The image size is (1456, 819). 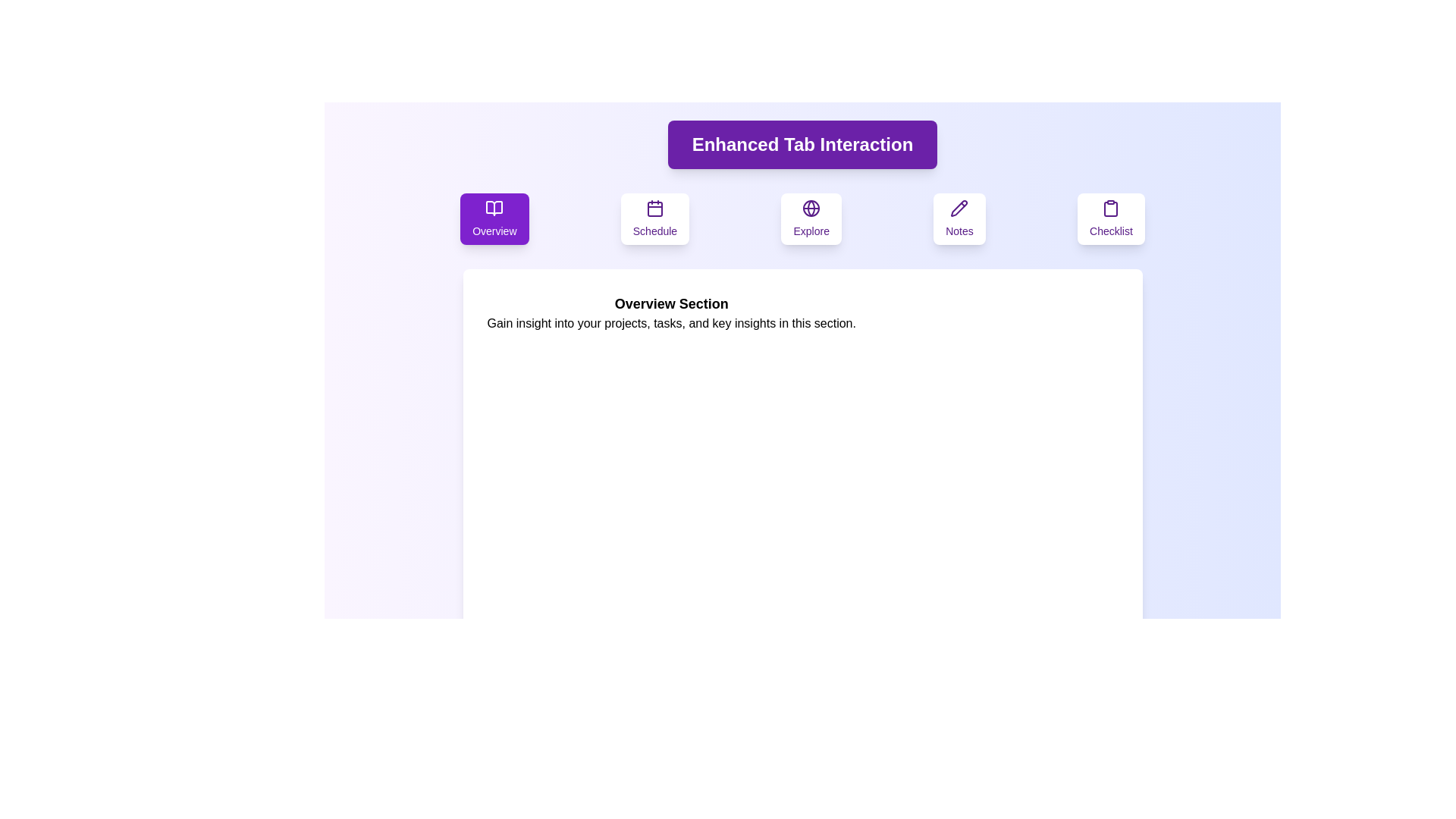 What do you see at coordinates (959, 208) in the screenshot?
I see `the context associated with the purple pencil icon within the 'Notes' button located` at bounding box center [959, 208].